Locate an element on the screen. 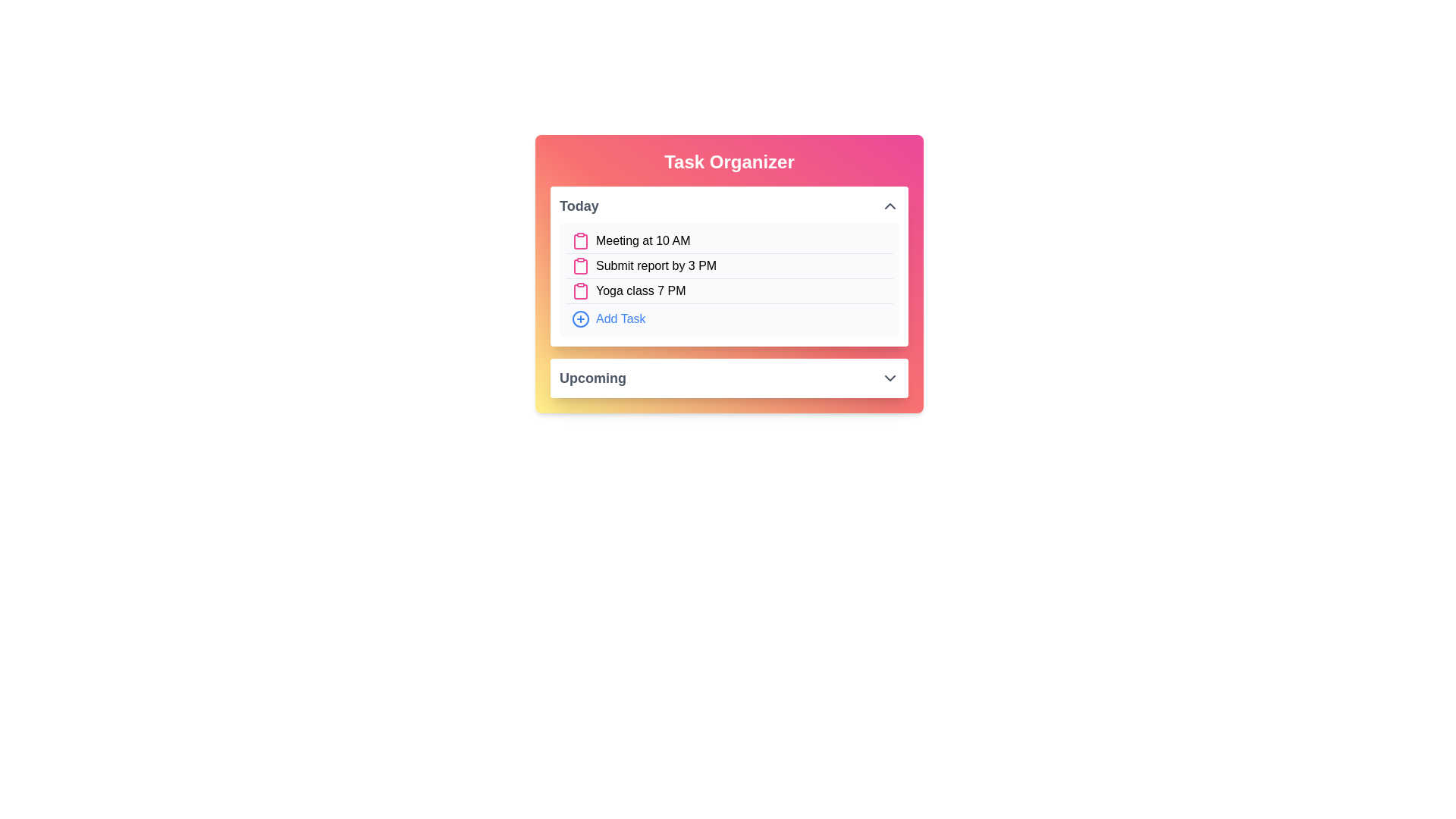  the icon located in the 'Today' section of the task organizer is located at coordinates (580, 241).